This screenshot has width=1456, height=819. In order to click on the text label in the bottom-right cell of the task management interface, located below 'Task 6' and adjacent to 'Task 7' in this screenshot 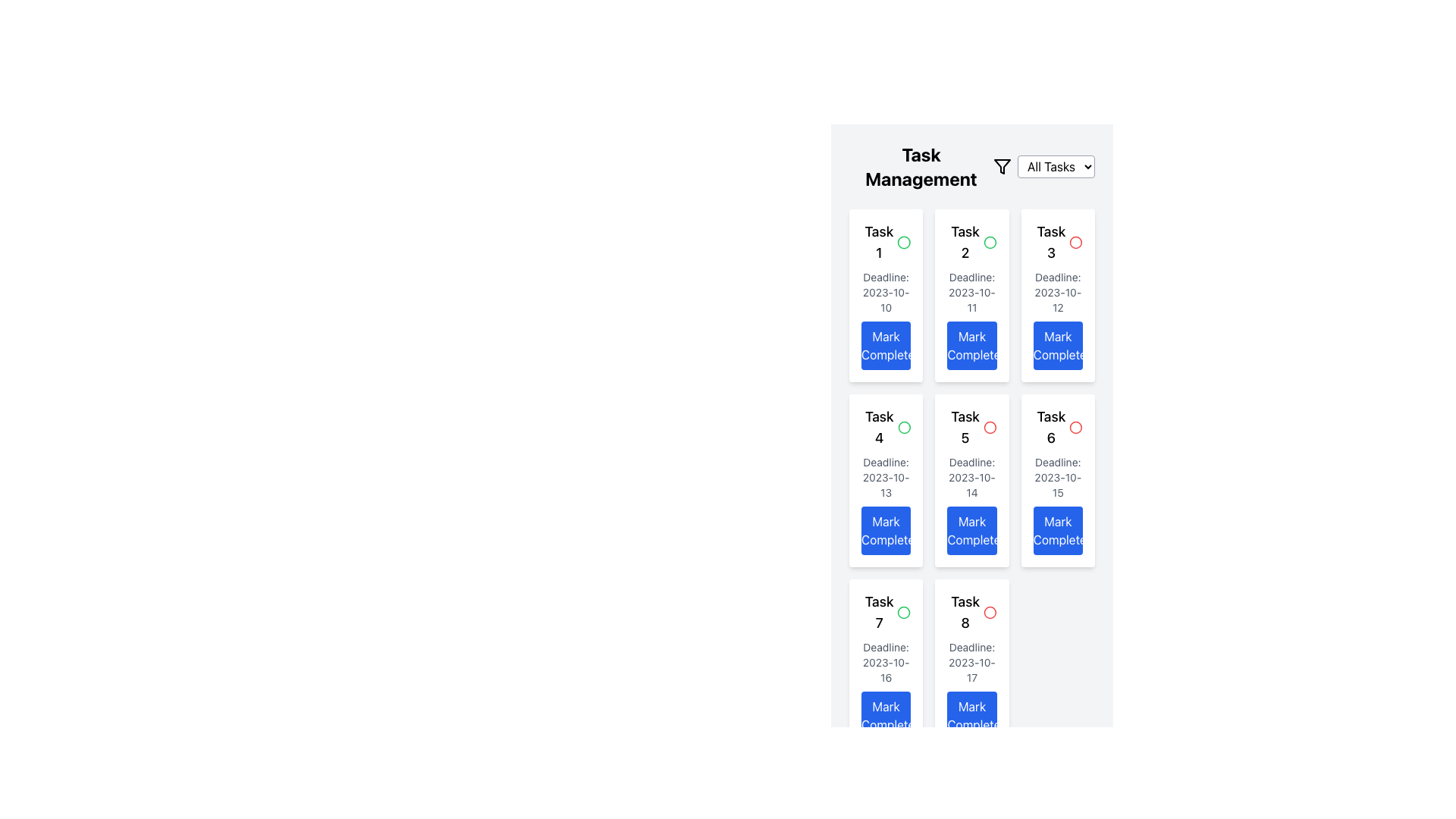, I will do `click(965, 611)`.